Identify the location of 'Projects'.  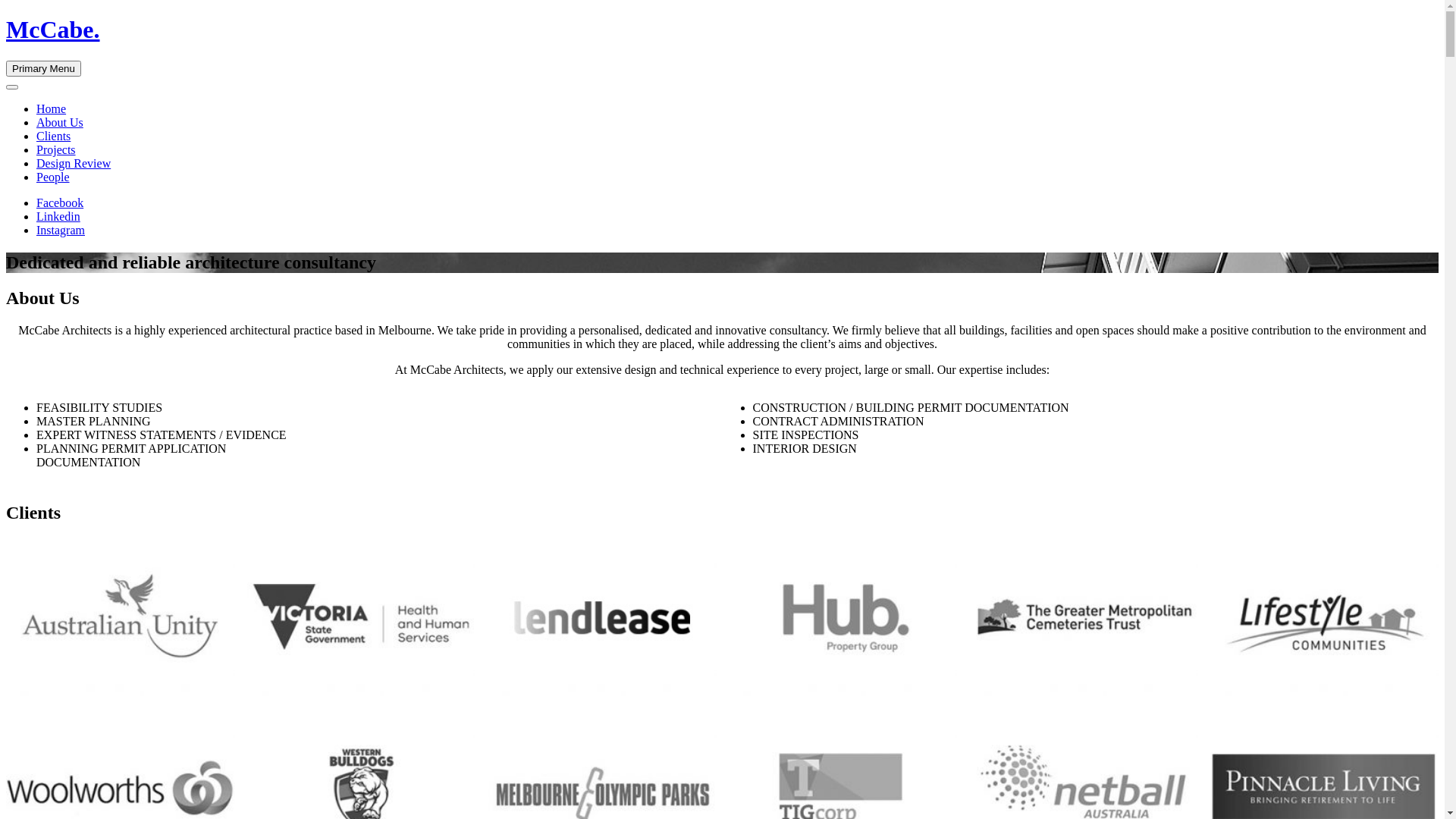
(36, 149).